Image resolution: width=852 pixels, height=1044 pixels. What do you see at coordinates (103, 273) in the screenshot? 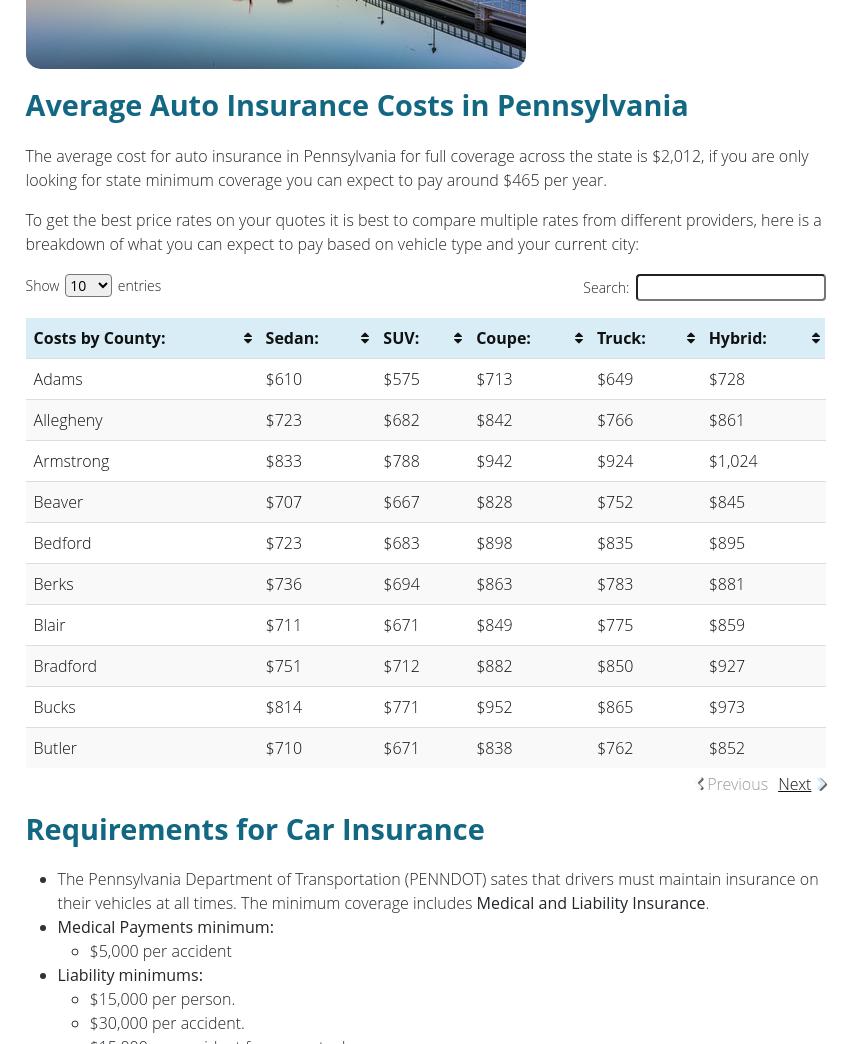
I see `'www.dmv.state.pa.us'` at bounding box center [103, 273].